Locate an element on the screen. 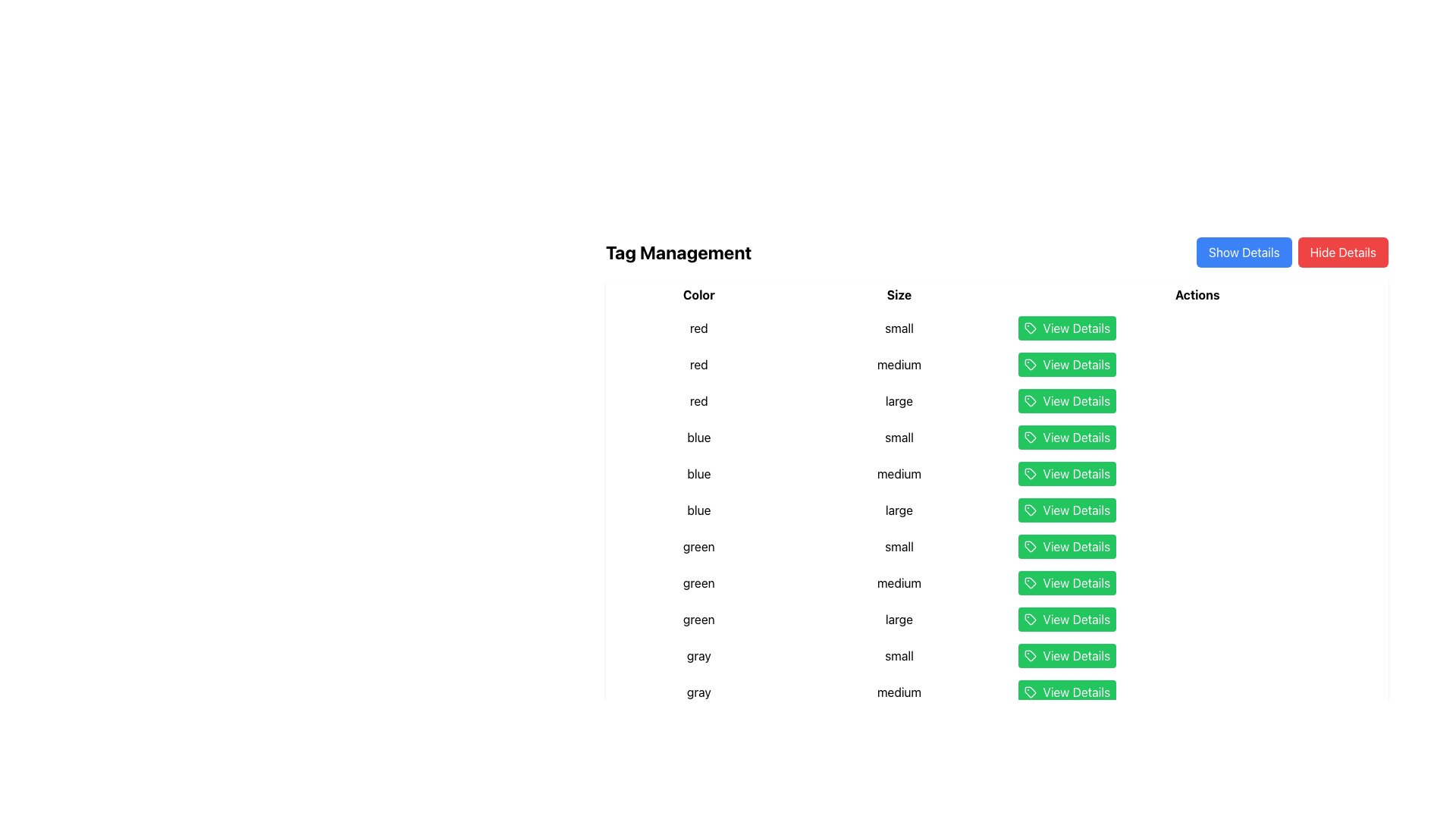  the 'View Details' button in the second row of the table under the 'Actions' column is located at coordinates (997, 365).